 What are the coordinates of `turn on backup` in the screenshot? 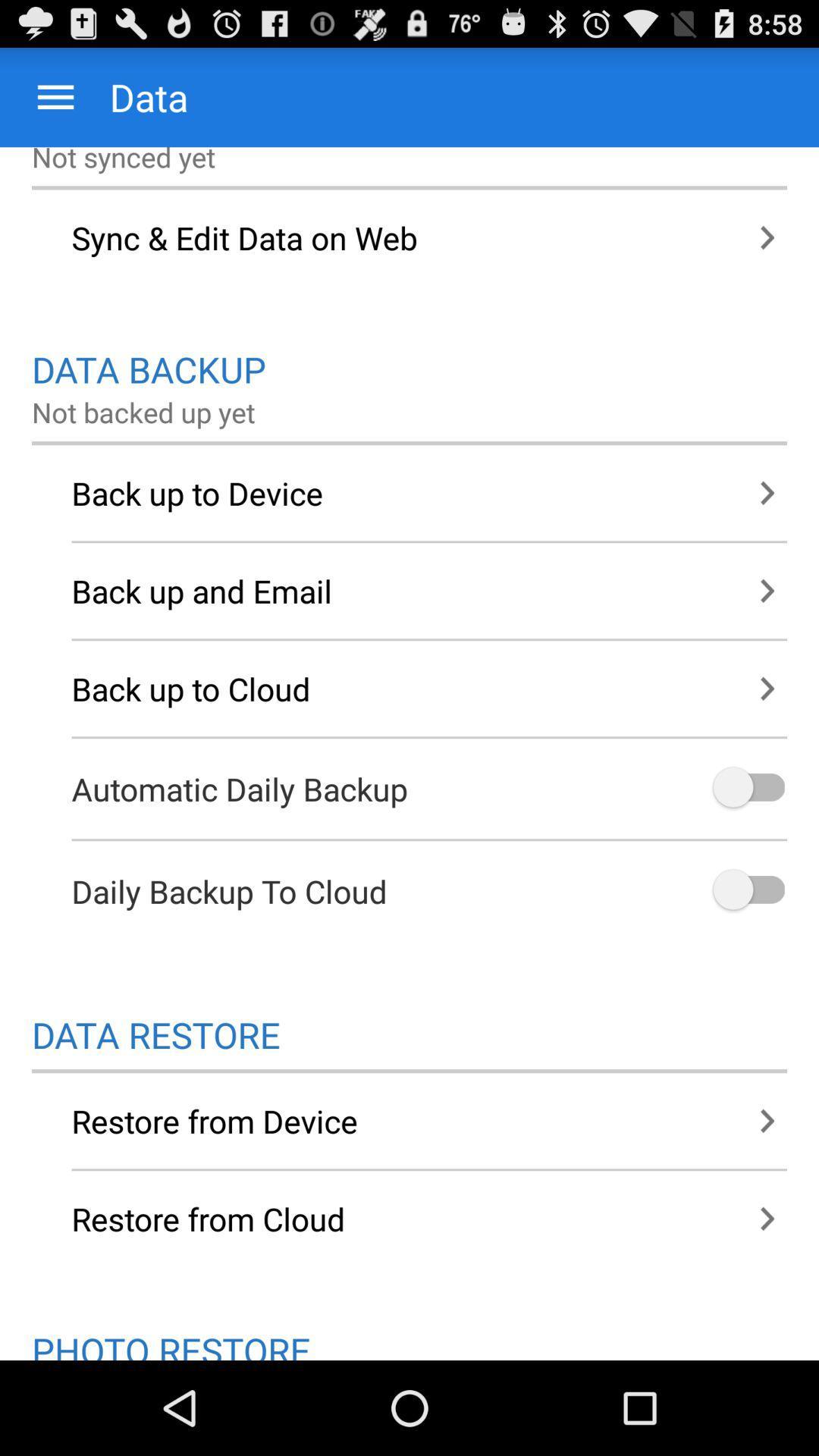 It's located at (746, 891).